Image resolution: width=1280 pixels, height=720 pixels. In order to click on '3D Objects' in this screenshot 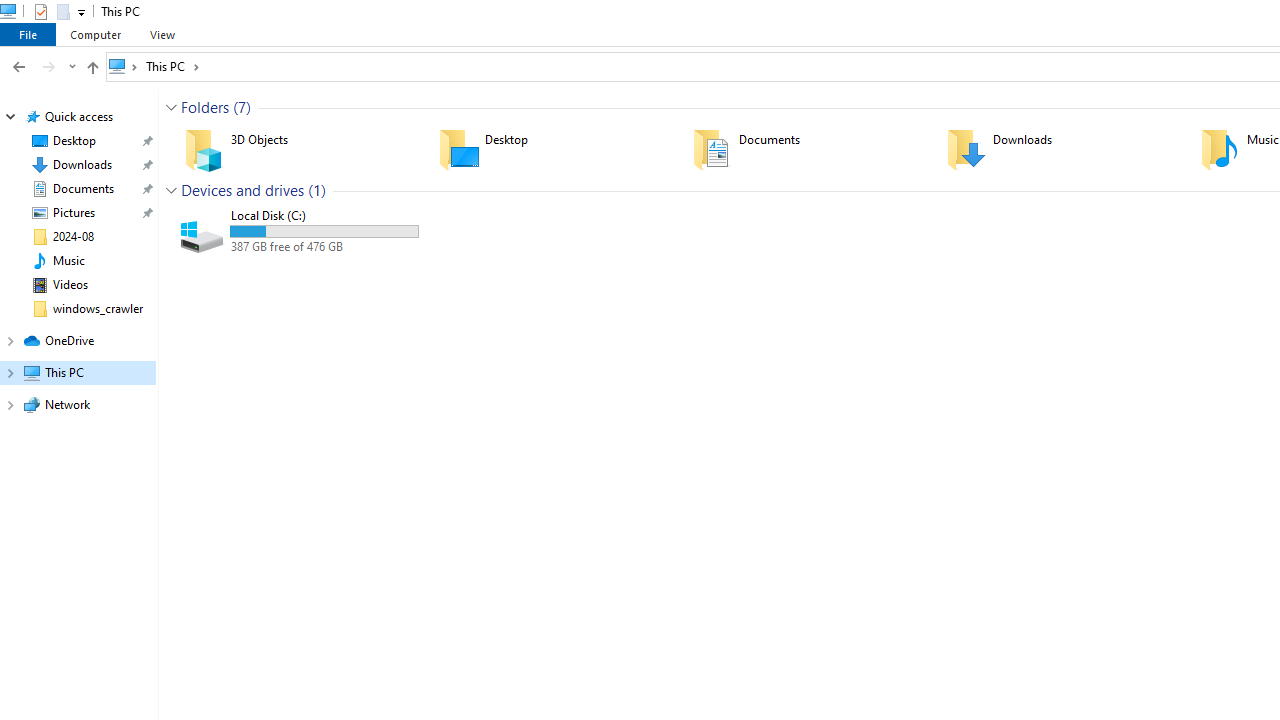, I will do `click(297, 148)`.